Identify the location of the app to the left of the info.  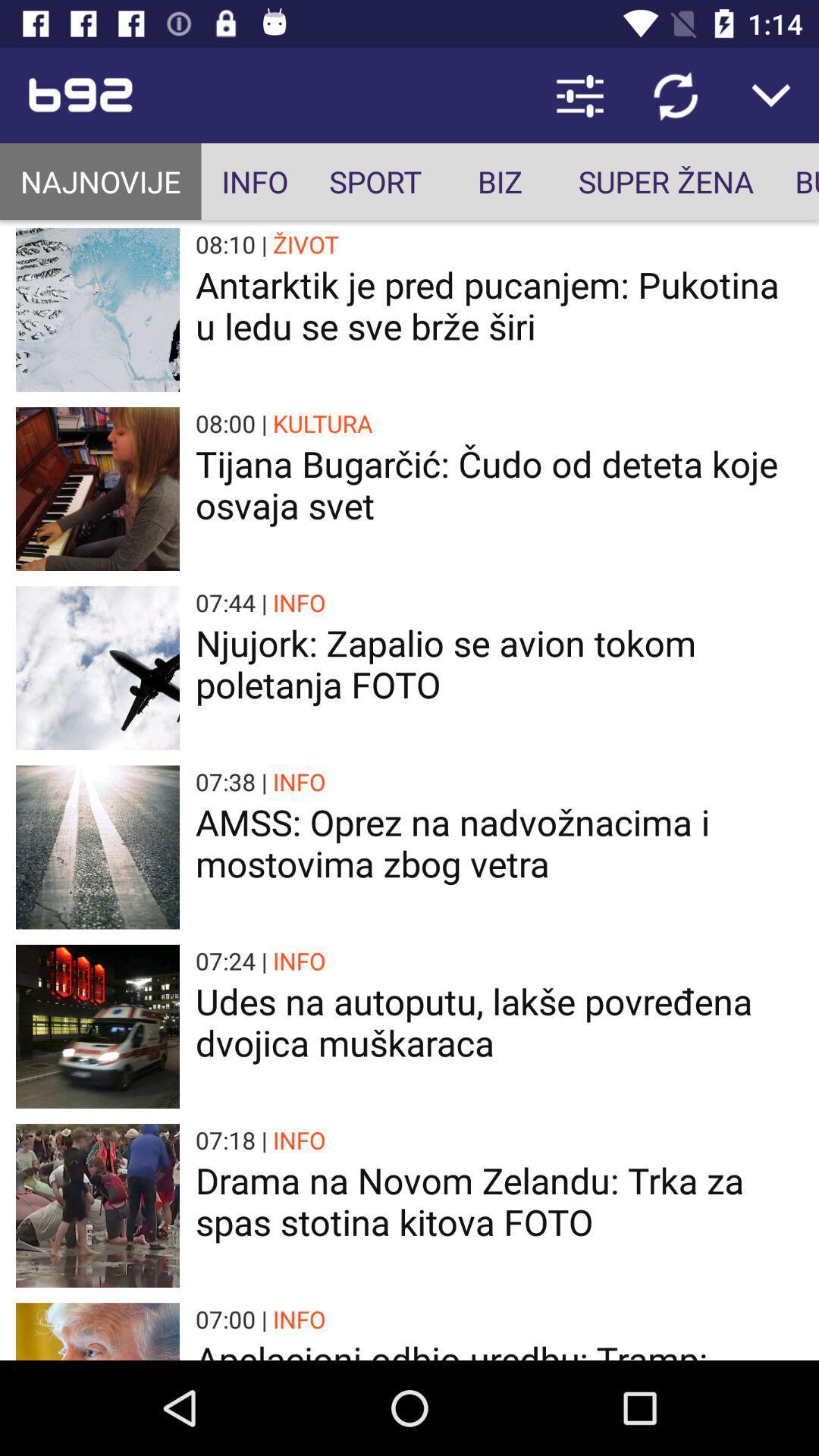
(100, 181).